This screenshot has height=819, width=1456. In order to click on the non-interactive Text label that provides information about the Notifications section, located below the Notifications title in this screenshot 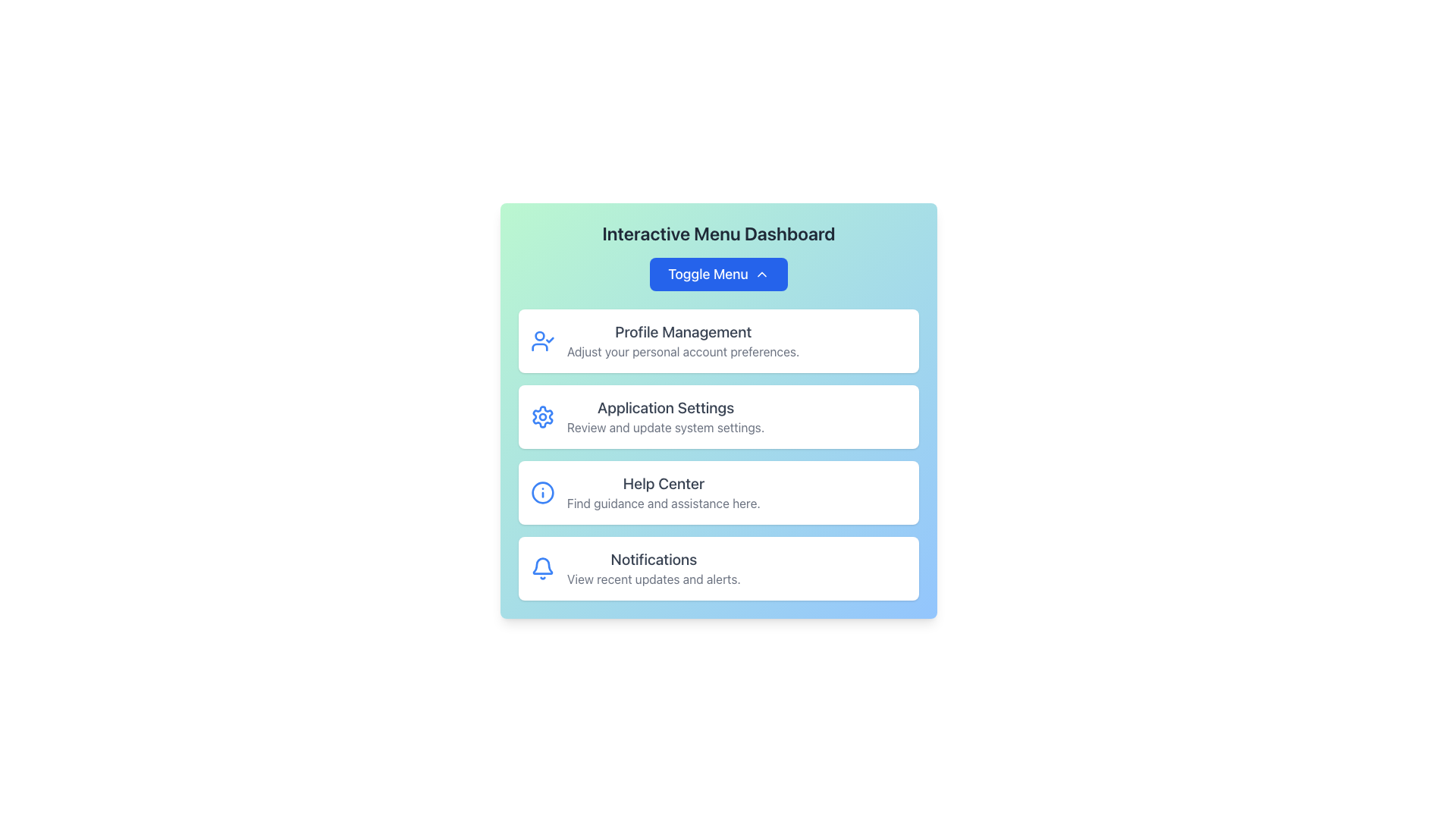, I will do `click(654, 579)`.